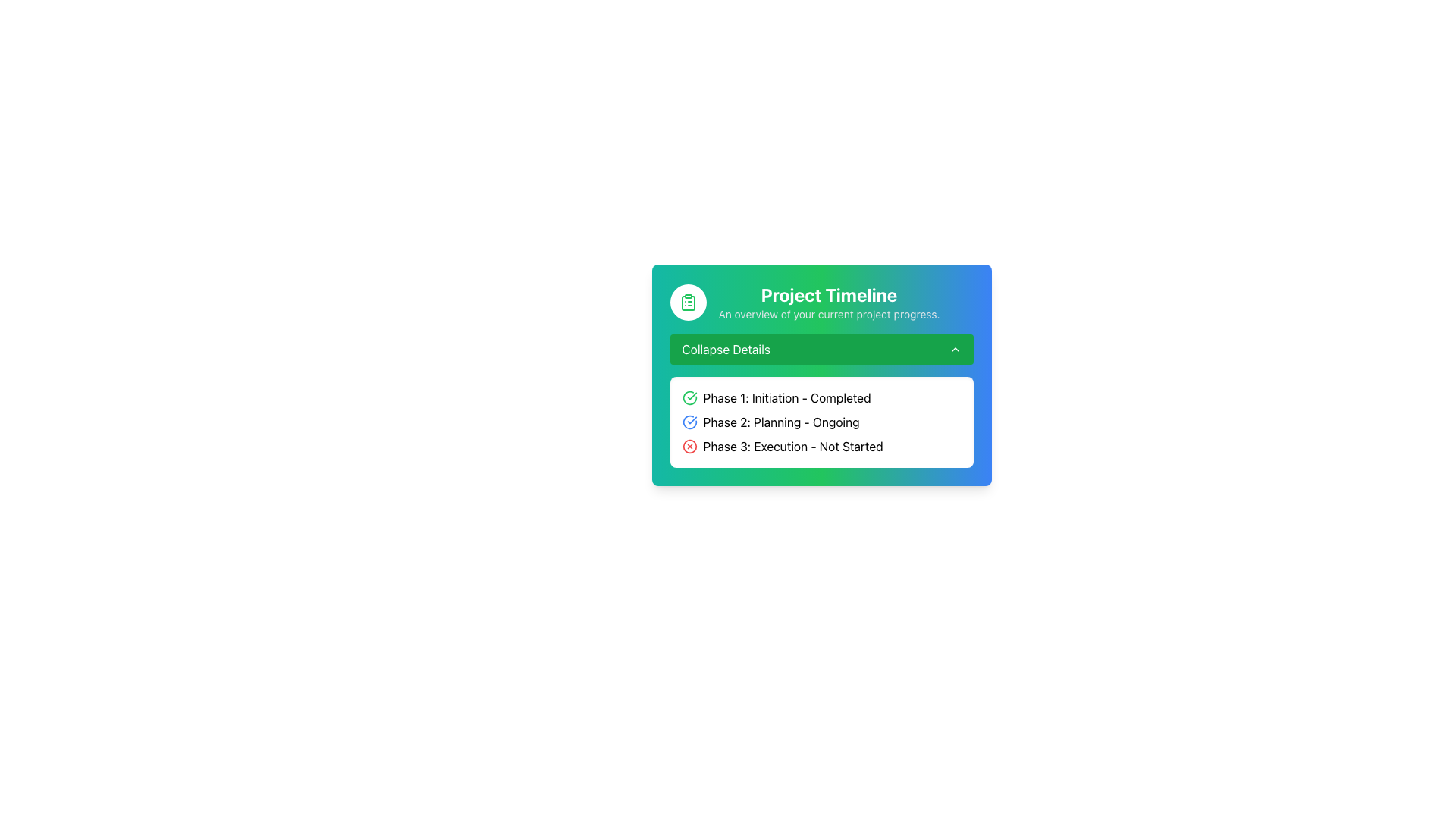 This screenshot has height=819, width=1456. Describe the element at coordinates (821, 422) in the screenshot. I see `text of the Text Label with Icon displaying 'Phase 2: Planning - Ongoing', which is the second item in the vertically arranged list of status elements in the 'Project Timeline' card` at that location.